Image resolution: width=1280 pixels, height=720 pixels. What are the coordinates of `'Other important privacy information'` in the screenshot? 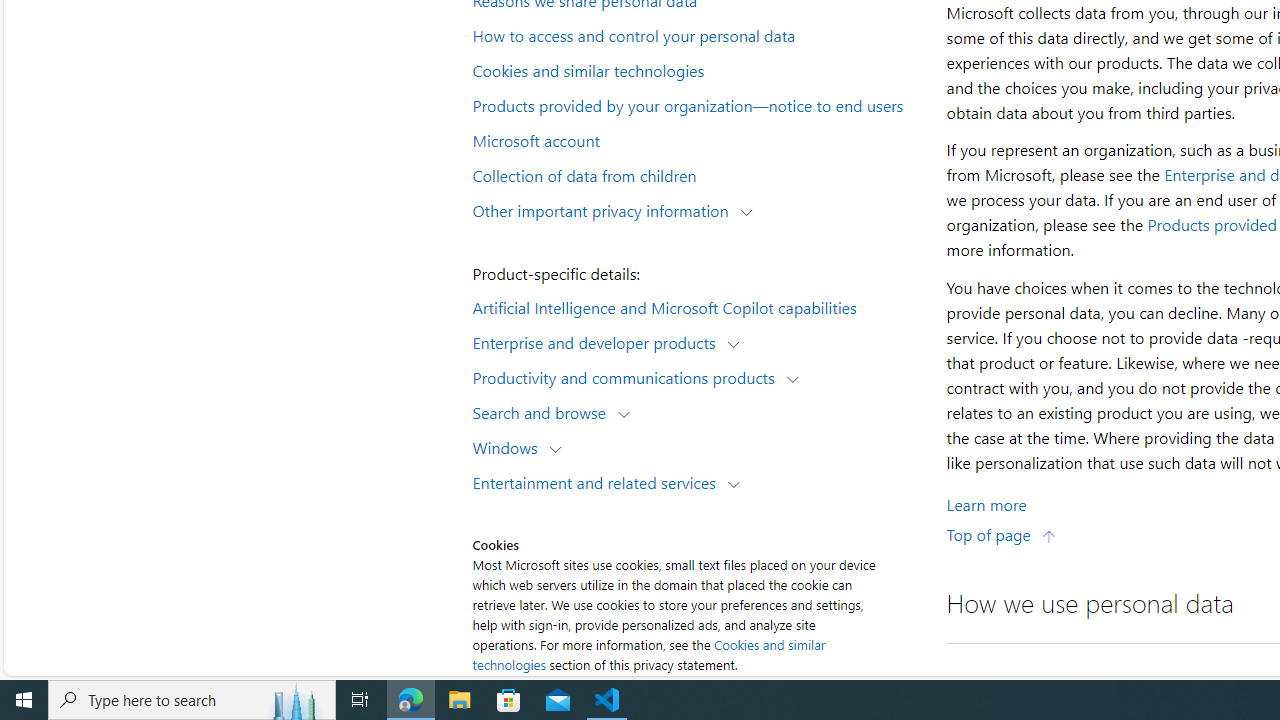 It's located at (604, 209).